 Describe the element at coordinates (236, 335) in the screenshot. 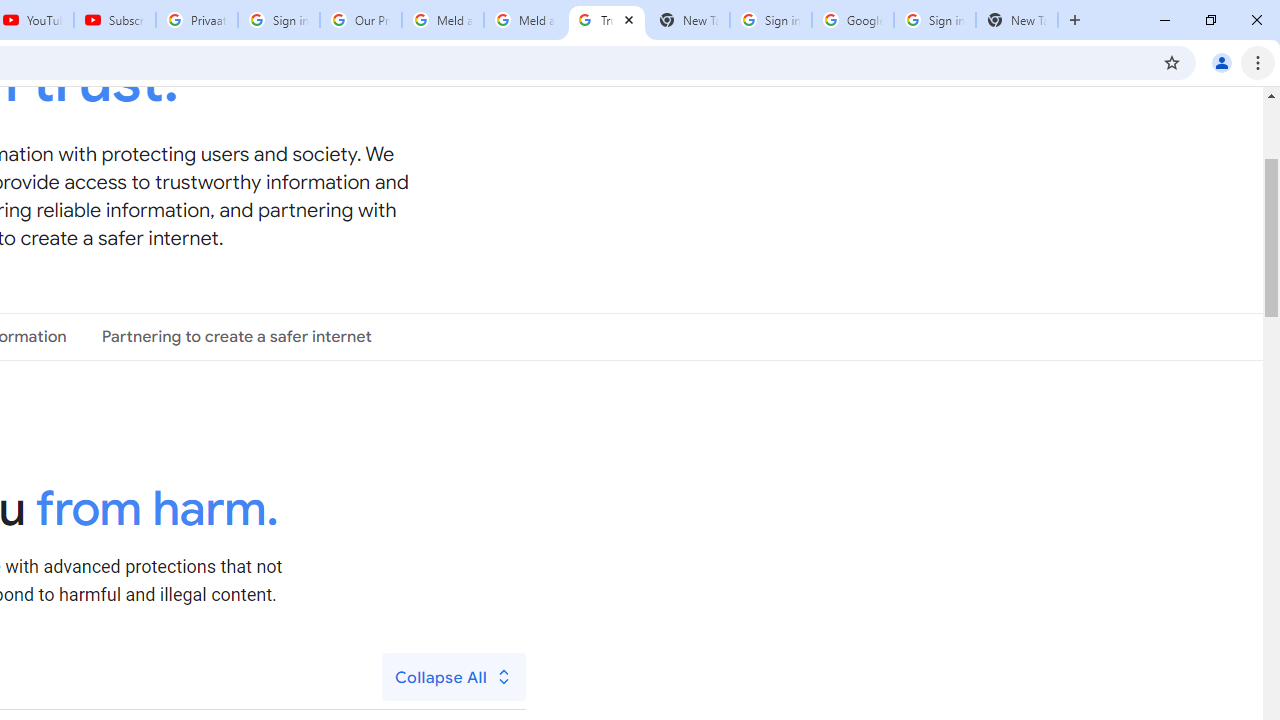

I see `'Partnering to create a safer internet'` at that location.